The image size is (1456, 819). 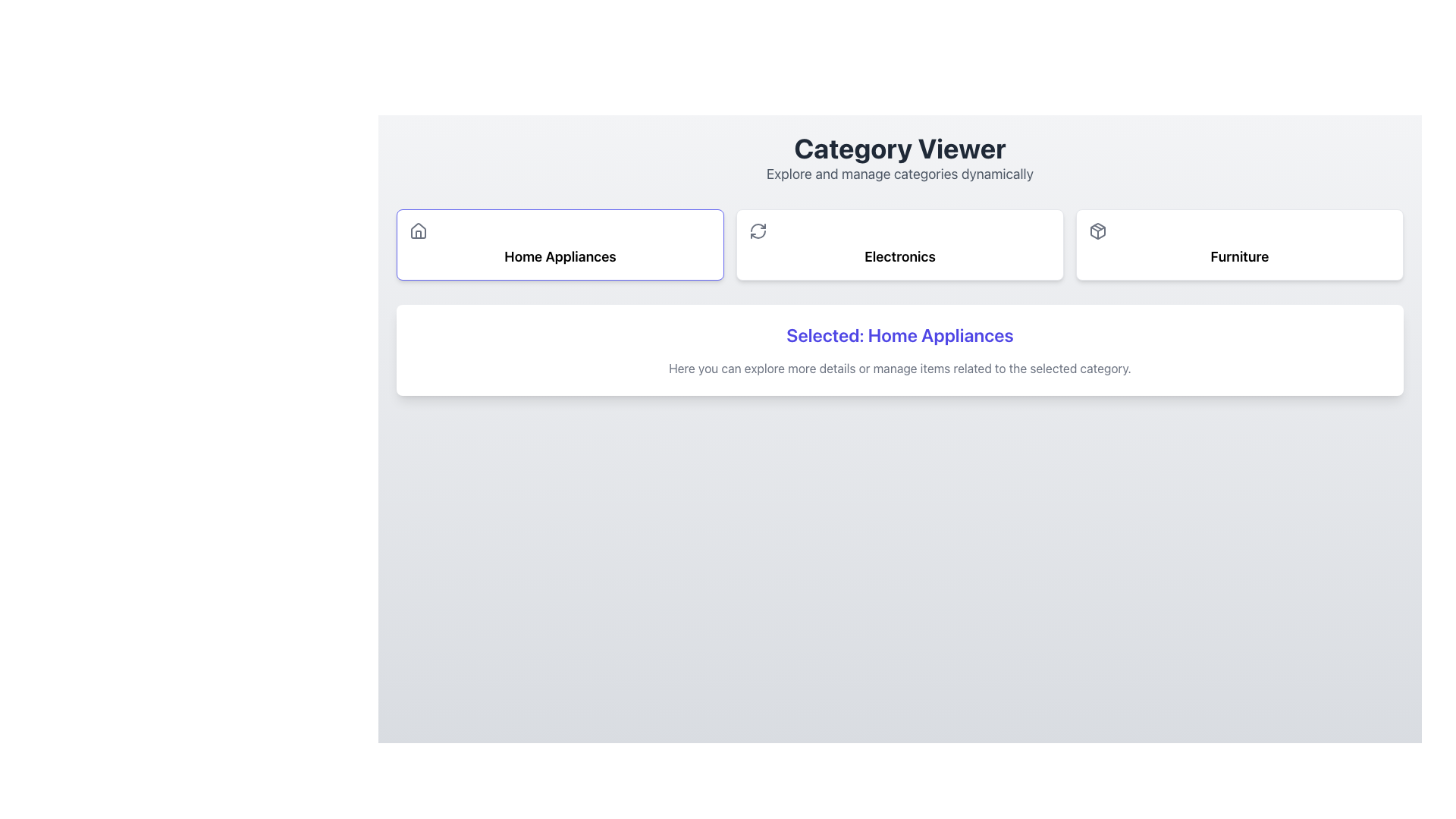 I want to click on the dark gray package icon located at the upper-left section of the 'Furniture' category card, so click(x=1098, y=231).